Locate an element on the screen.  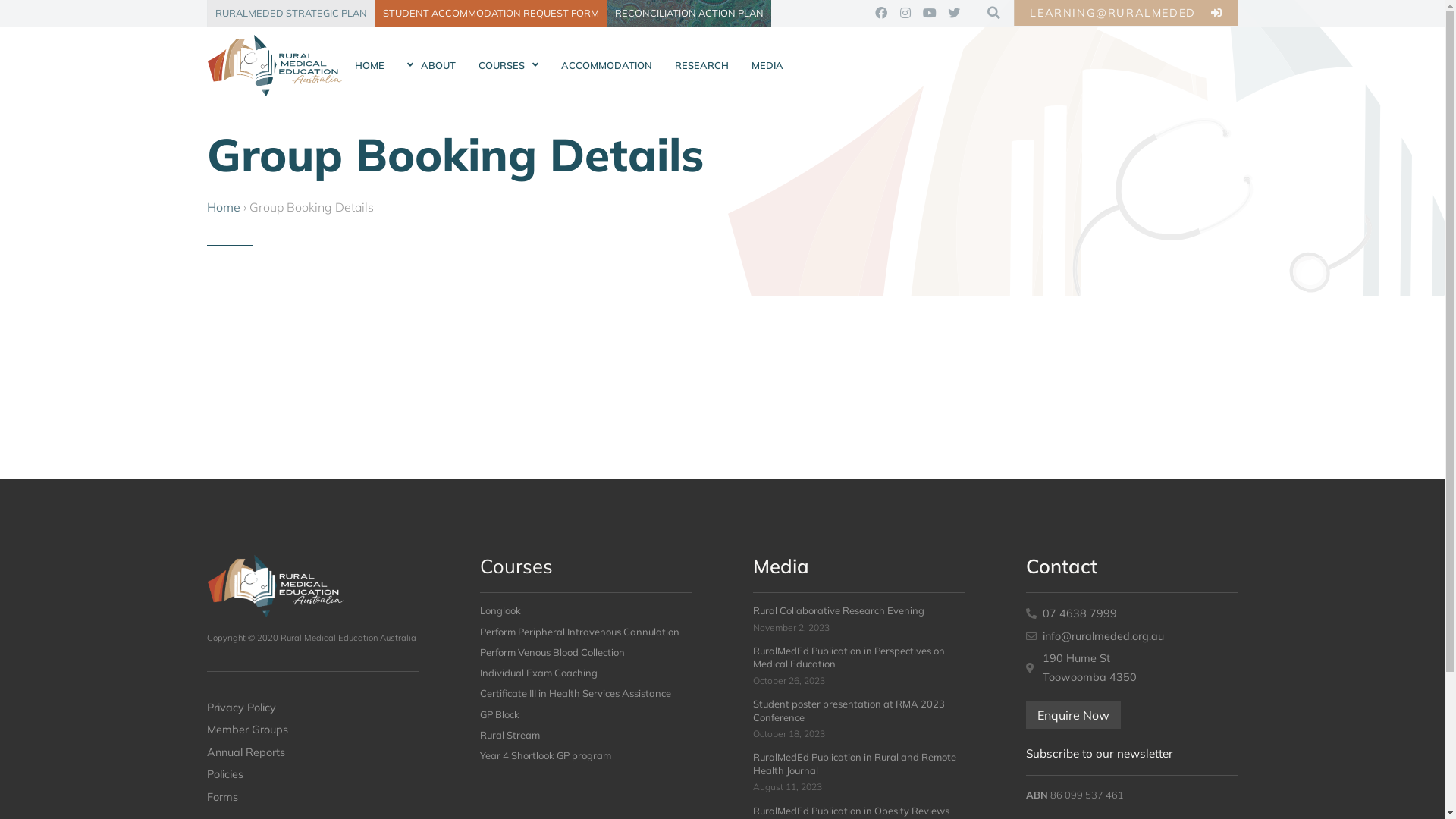
'GP Block' is located at coordinates (498, 714).